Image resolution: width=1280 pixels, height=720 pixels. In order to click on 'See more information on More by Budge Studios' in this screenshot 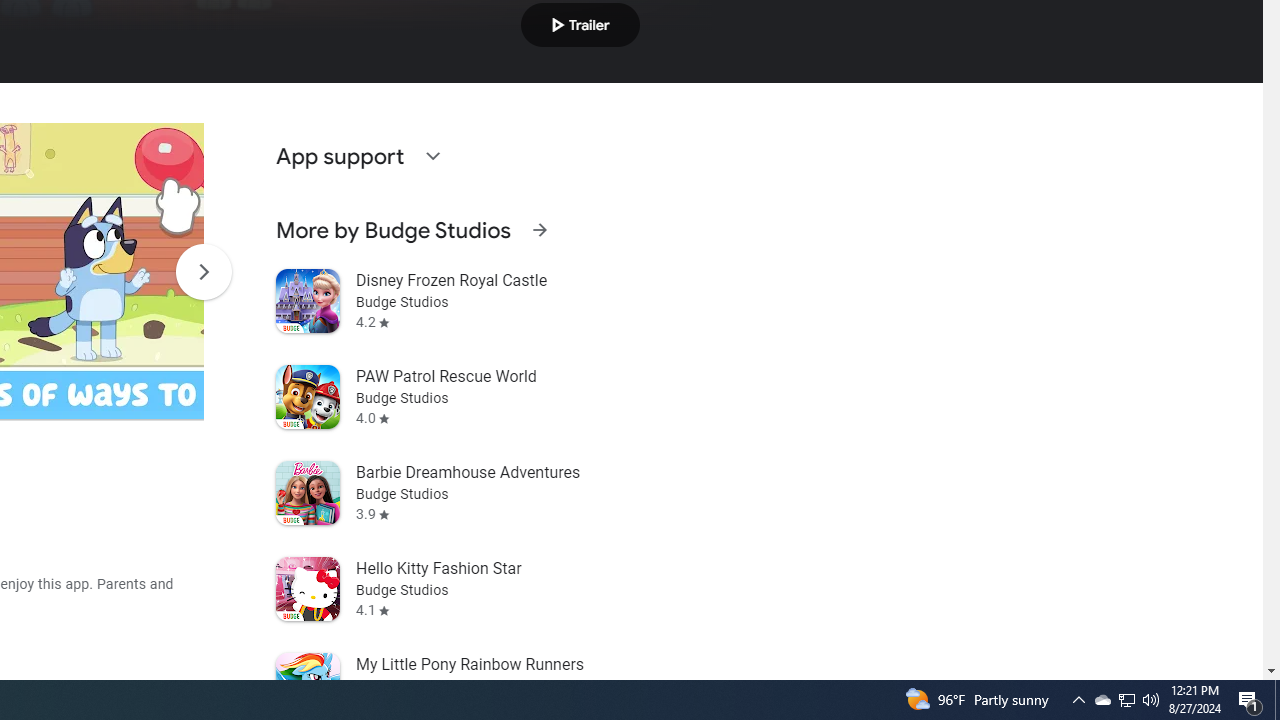, I will do `click(539, 229)`.